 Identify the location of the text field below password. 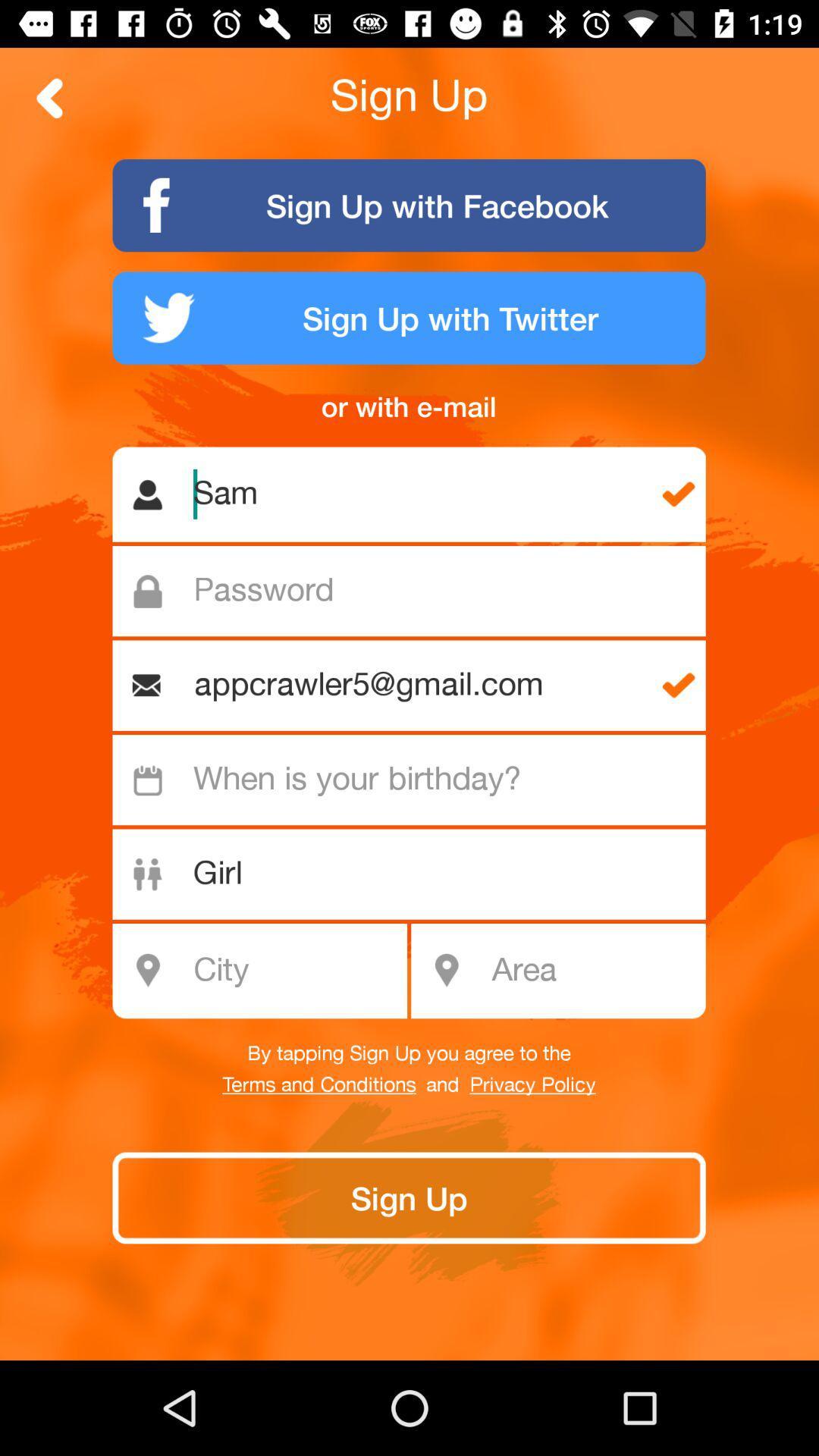
(416, 685).